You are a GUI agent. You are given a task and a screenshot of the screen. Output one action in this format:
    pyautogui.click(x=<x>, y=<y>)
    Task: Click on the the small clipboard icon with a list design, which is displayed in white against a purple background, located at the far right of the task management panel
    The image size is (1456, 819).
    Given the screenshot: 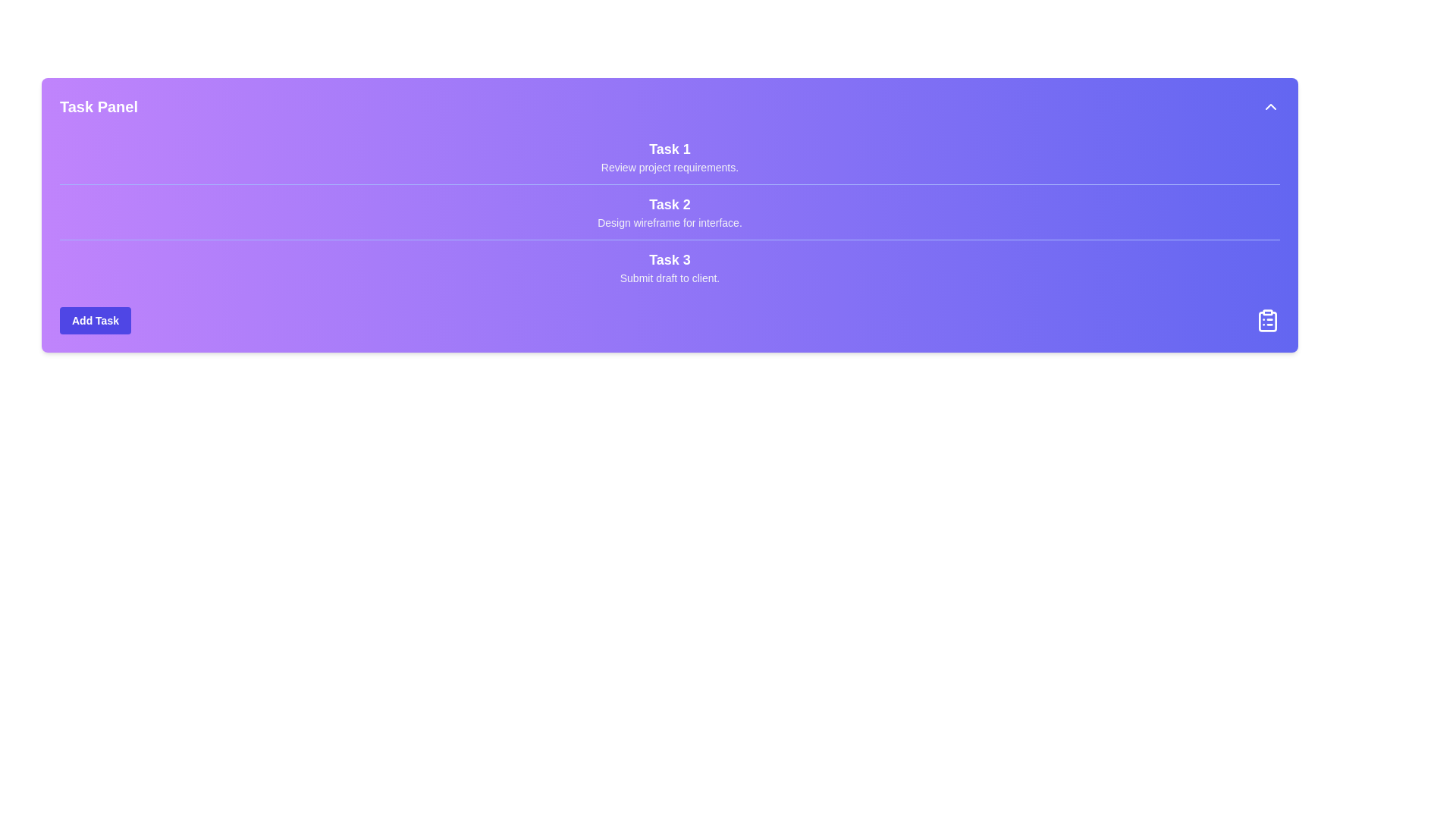 What is the action you would take?
    pyautogui.click(x=1267, y=320)
    